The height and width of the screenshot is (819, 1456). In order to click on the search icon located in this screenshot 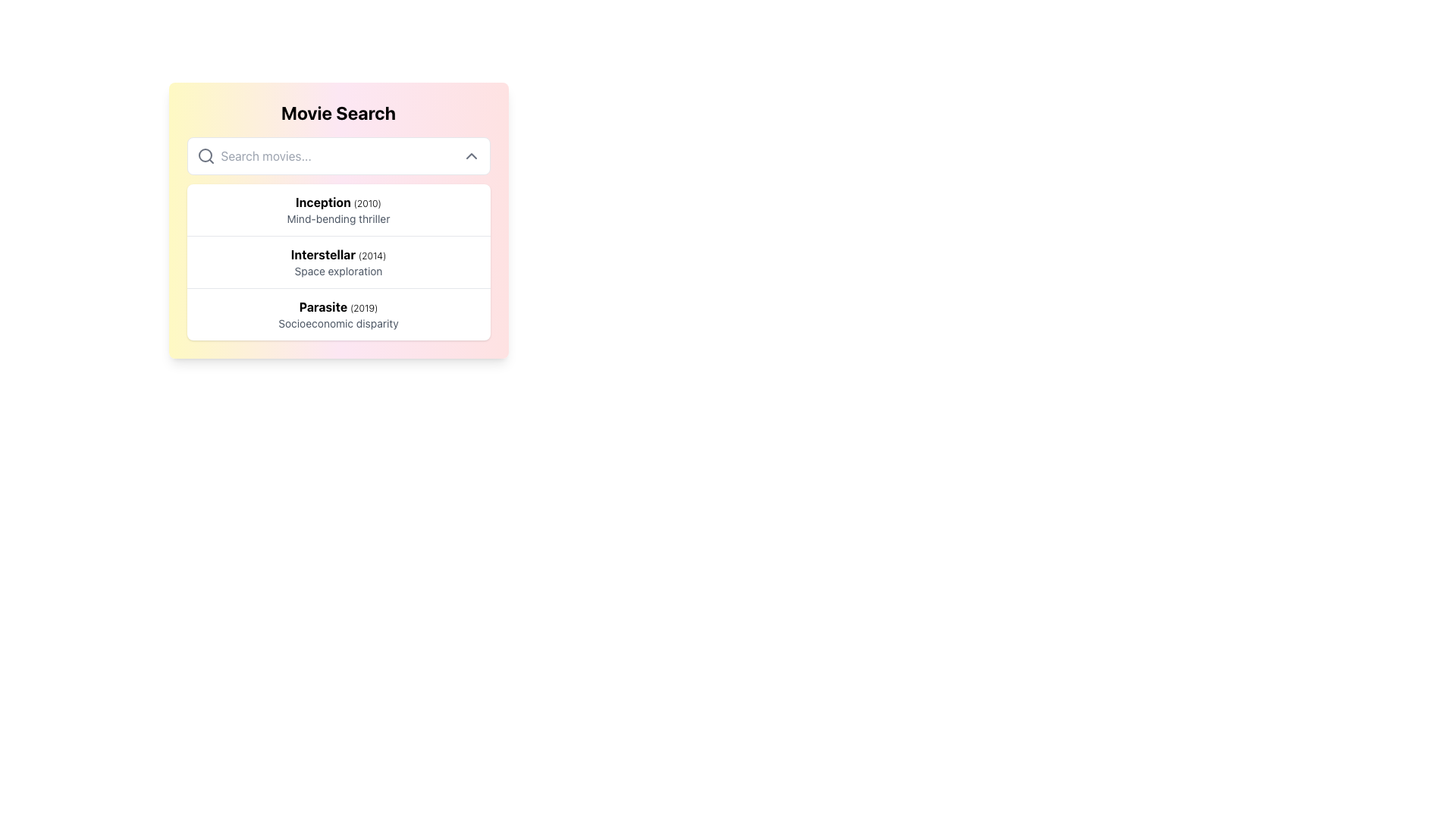, I will do `click(205, 155)`.